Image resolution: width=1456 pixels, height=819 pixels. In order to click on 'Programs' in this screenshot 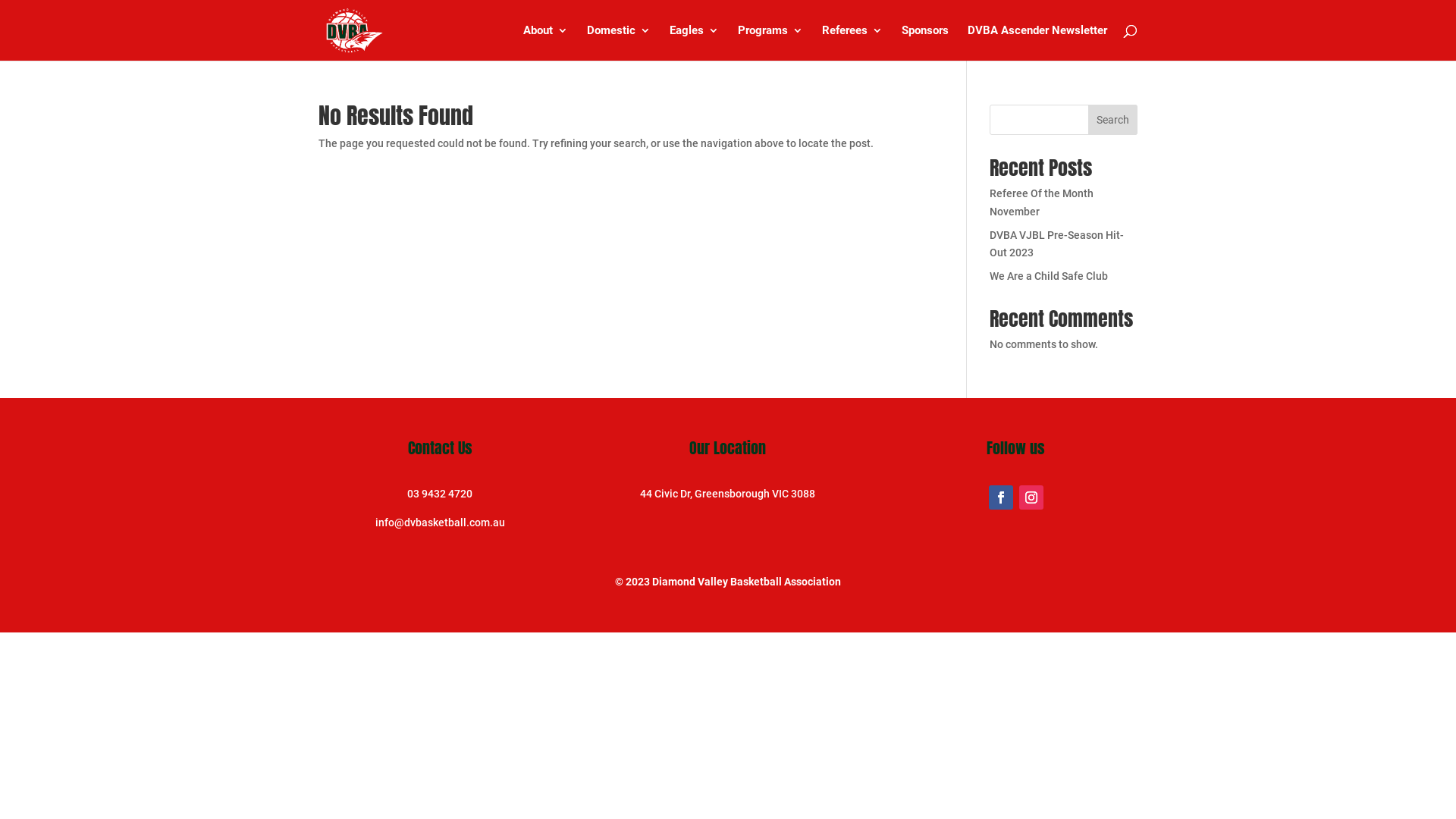, I will do `click(770, 42)`.